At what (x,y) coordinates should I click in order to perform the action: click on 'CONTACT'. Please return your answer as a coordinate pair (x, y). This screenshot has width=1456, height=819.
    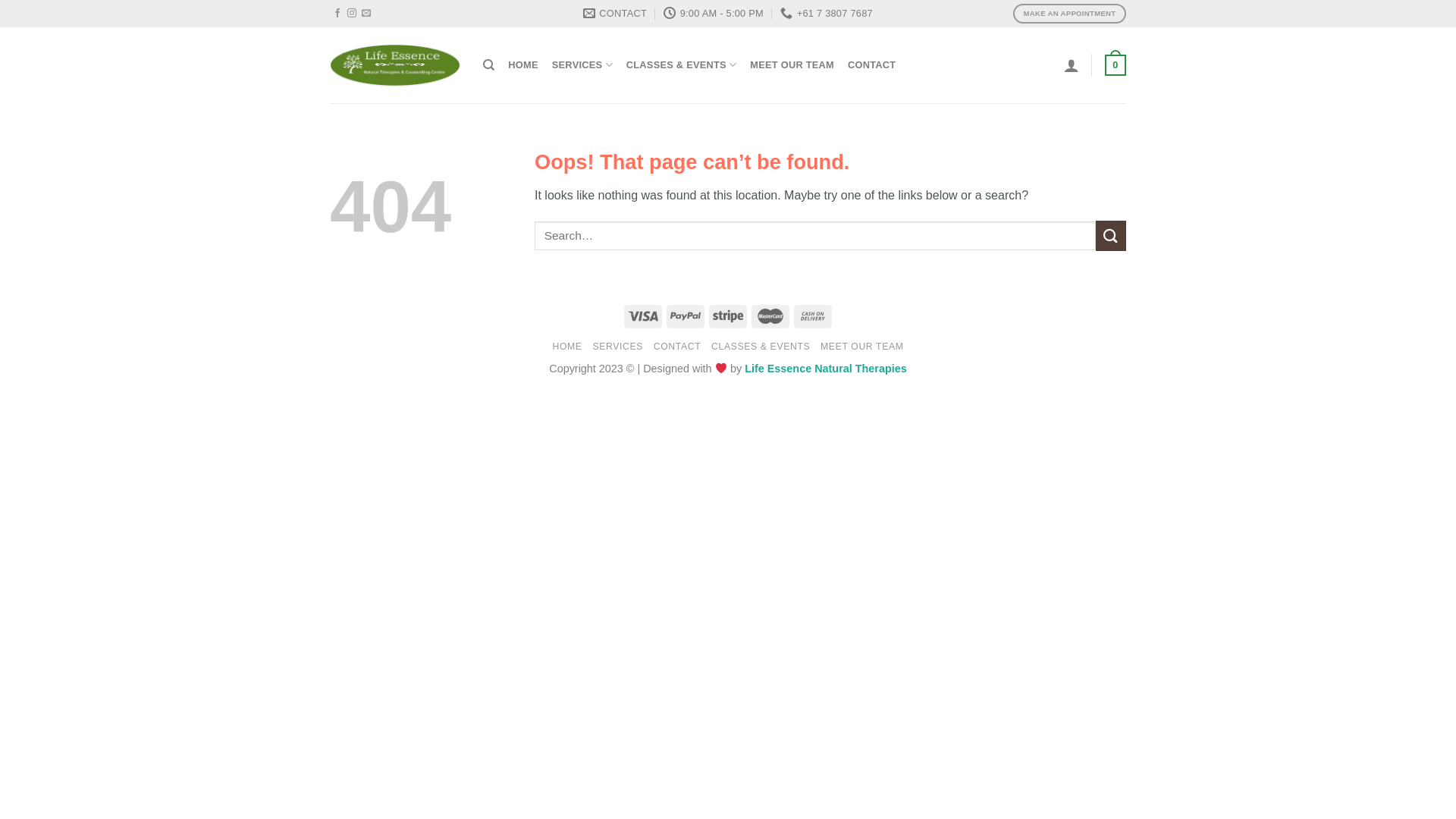
    Looking at the image, I should click on (676, 346).